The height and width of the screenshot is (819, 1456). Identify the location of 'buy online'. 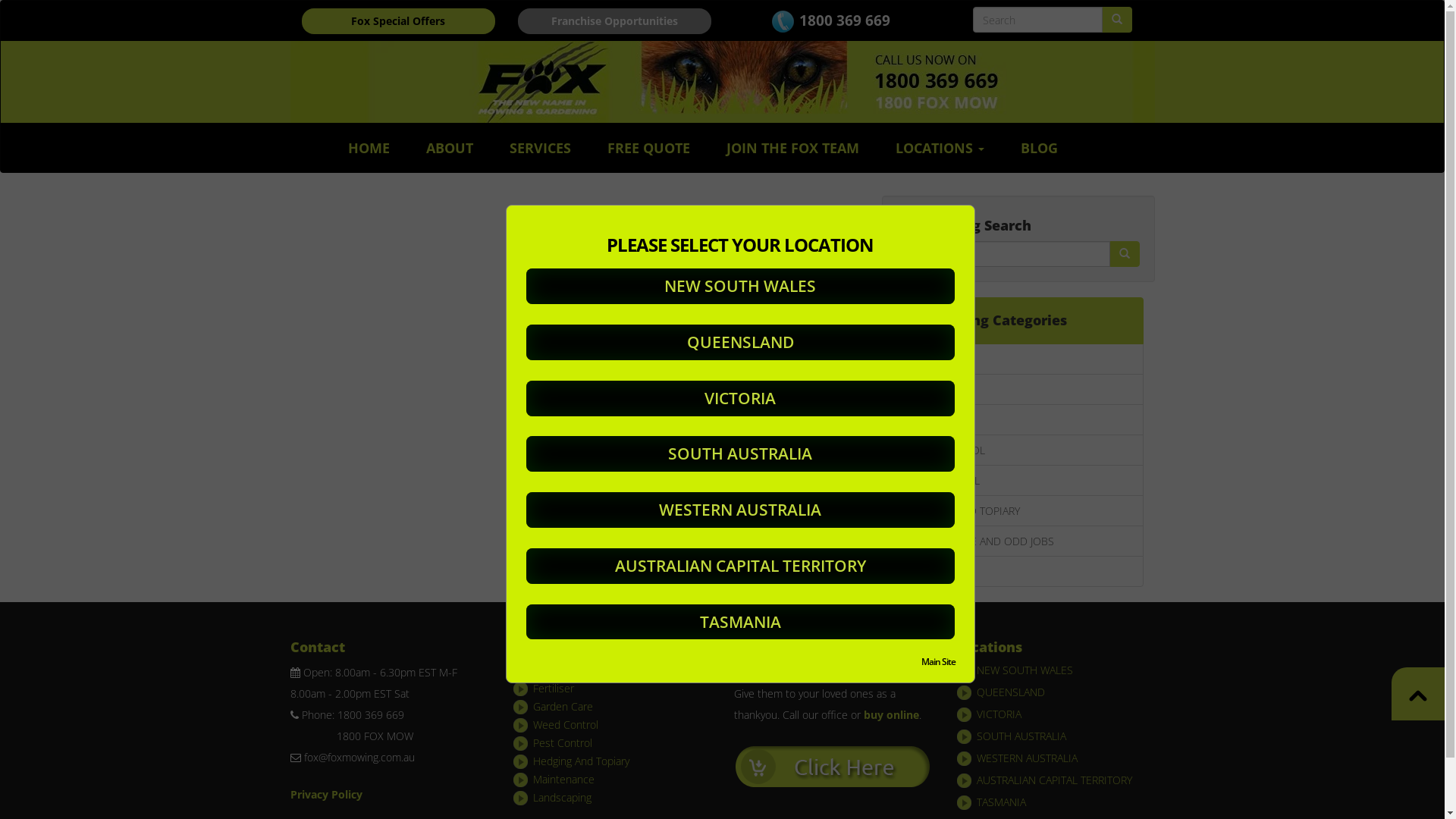
(890, 714).